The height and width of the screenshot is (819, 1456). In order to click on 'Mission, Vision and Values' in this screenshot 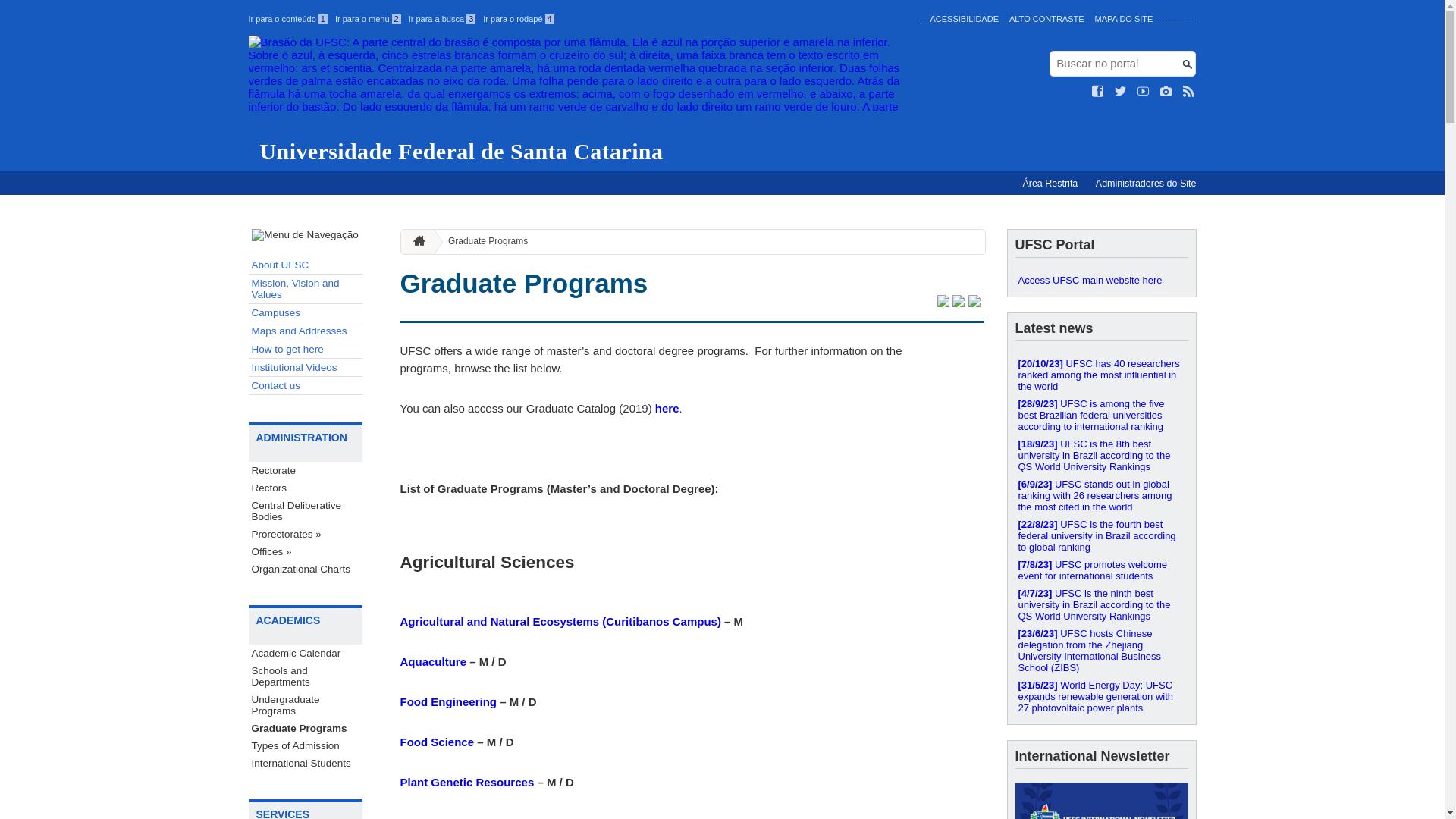, I will do `click(305, 289)`.